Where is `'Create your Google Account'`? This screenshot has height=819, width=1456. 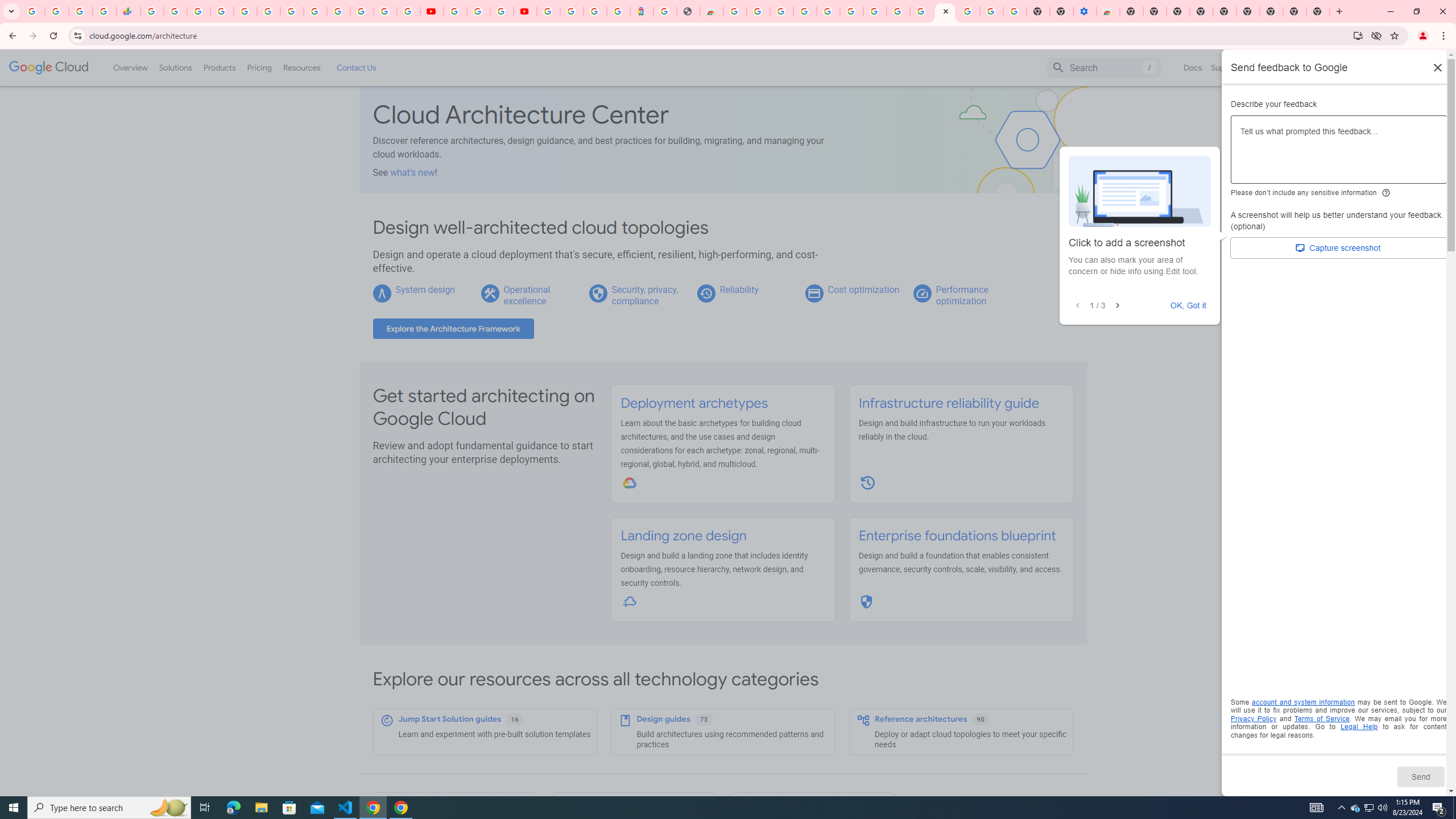
'Create your Google Account' is located at coordinates (500, 11).